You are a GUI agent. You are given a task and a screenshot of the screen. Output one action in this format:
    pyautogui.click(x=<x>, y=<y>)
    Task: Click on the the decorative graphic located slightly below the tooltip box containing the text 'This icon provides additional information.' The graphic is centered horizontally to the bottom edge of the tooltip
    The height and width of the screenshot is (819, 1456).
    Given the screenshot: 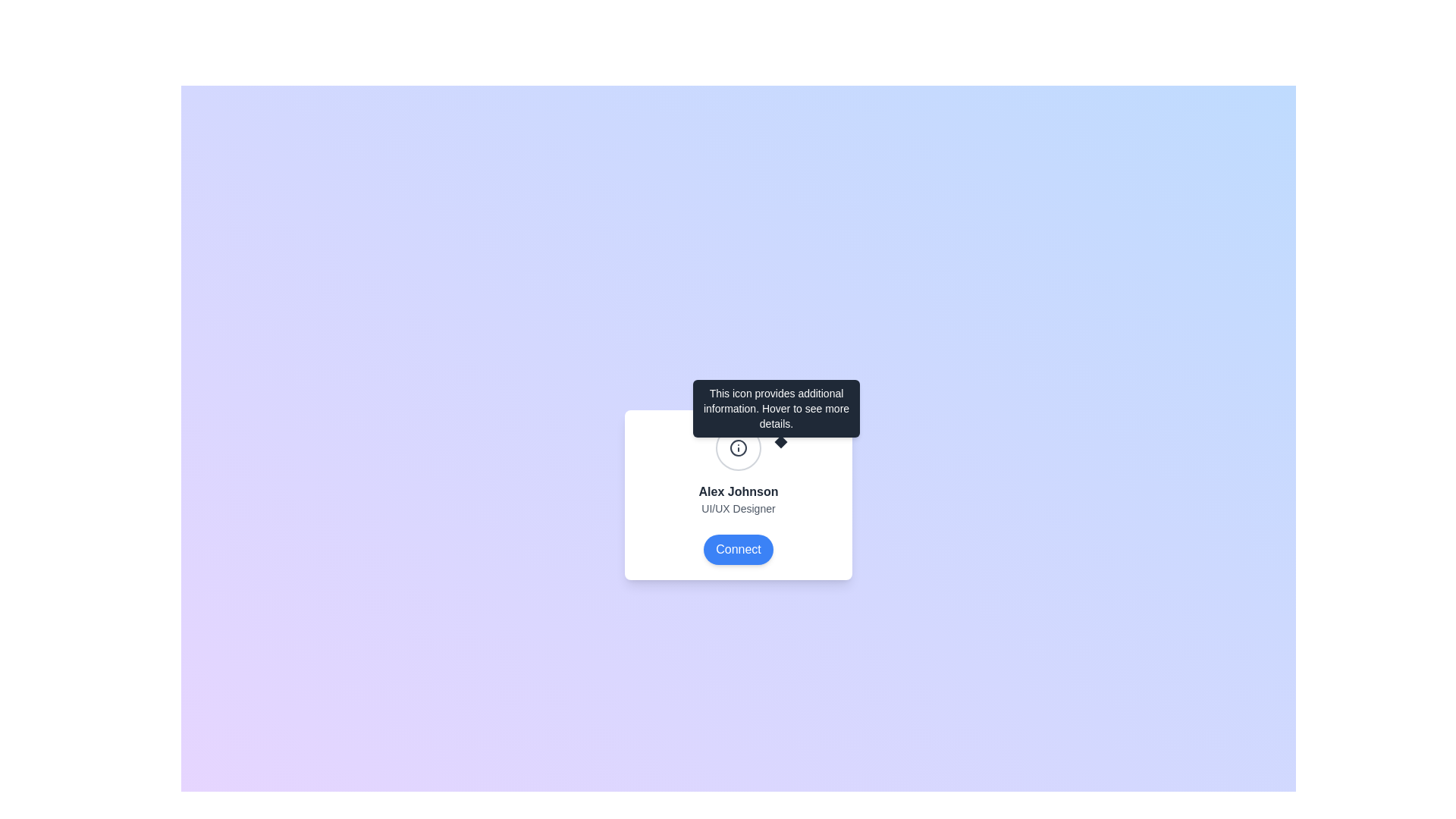 What is the action you would take?
    pyautogui.click(x=781, y=441)
    